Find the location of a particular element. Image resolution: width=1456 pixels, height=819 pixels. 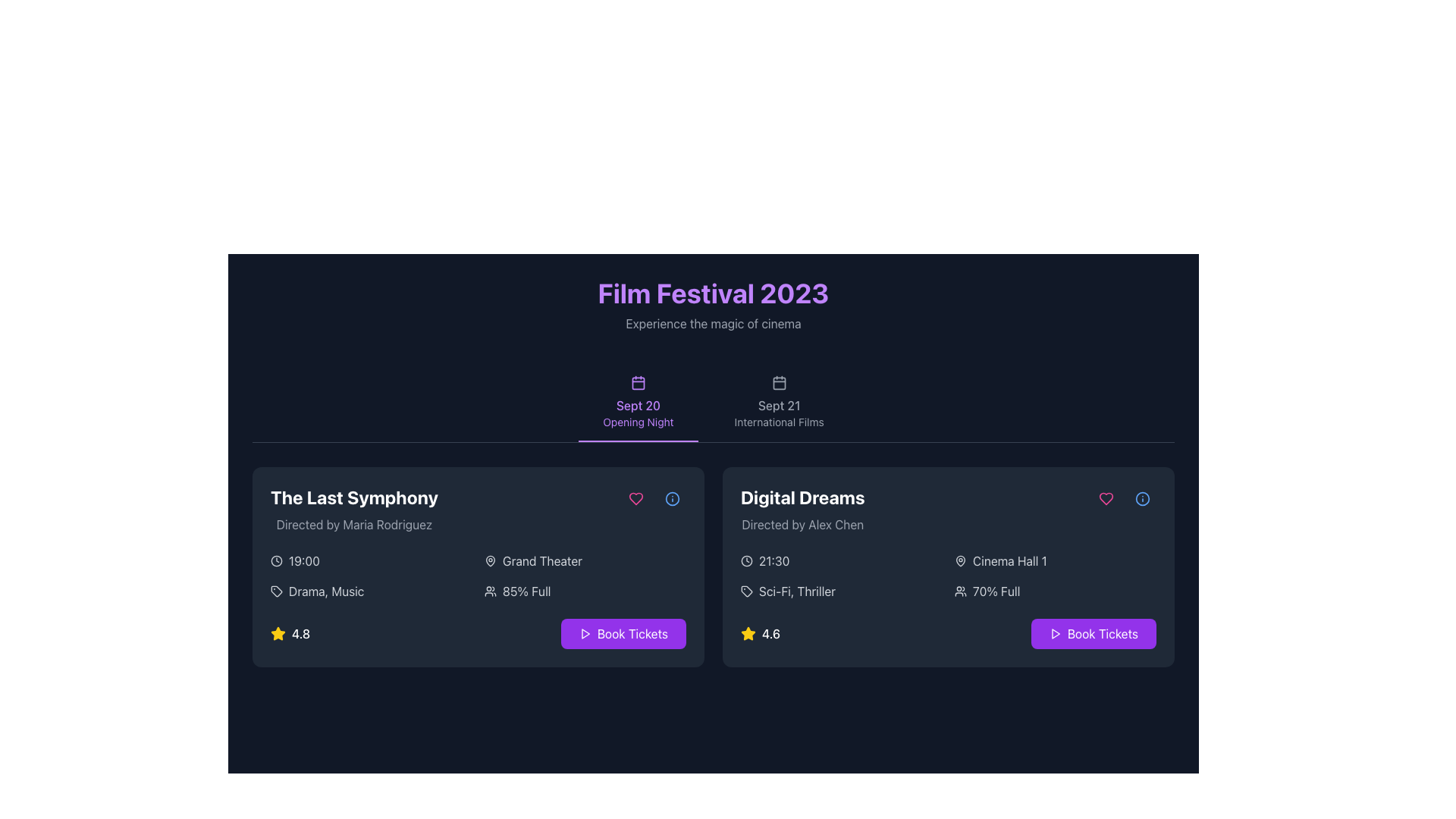

the 'Book Tickets' button, which is a purple button with rounded corners and a white play icon, located at the bottom-right corner of the 'Digital Dreams' card is located at coordinates (1094, 634).